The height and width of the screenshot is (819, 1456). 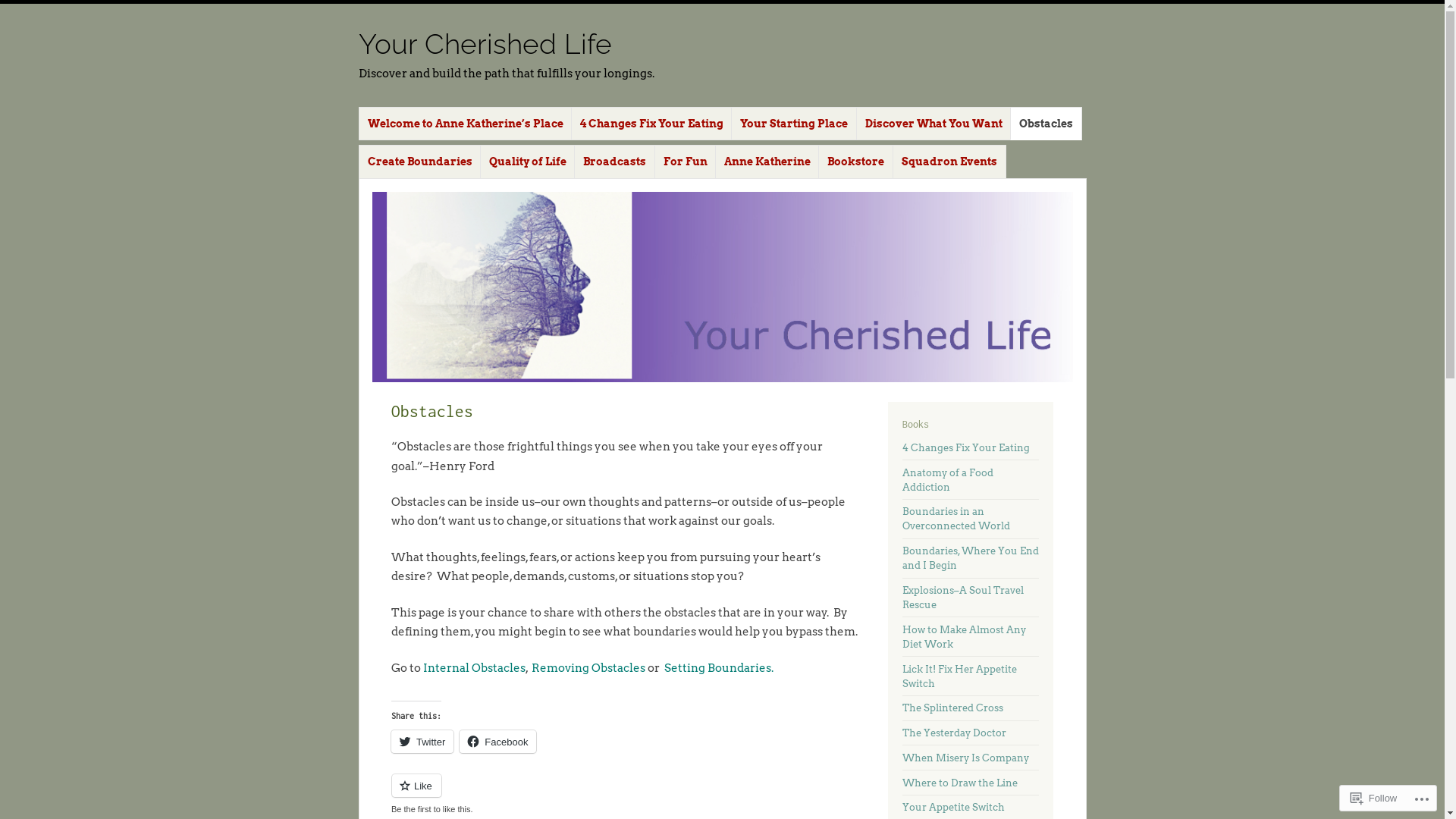 What do you see at coordinates (952, 708) in the screenshot?
I see `'The Splintered Cross'` at bounding box center [952, 708].